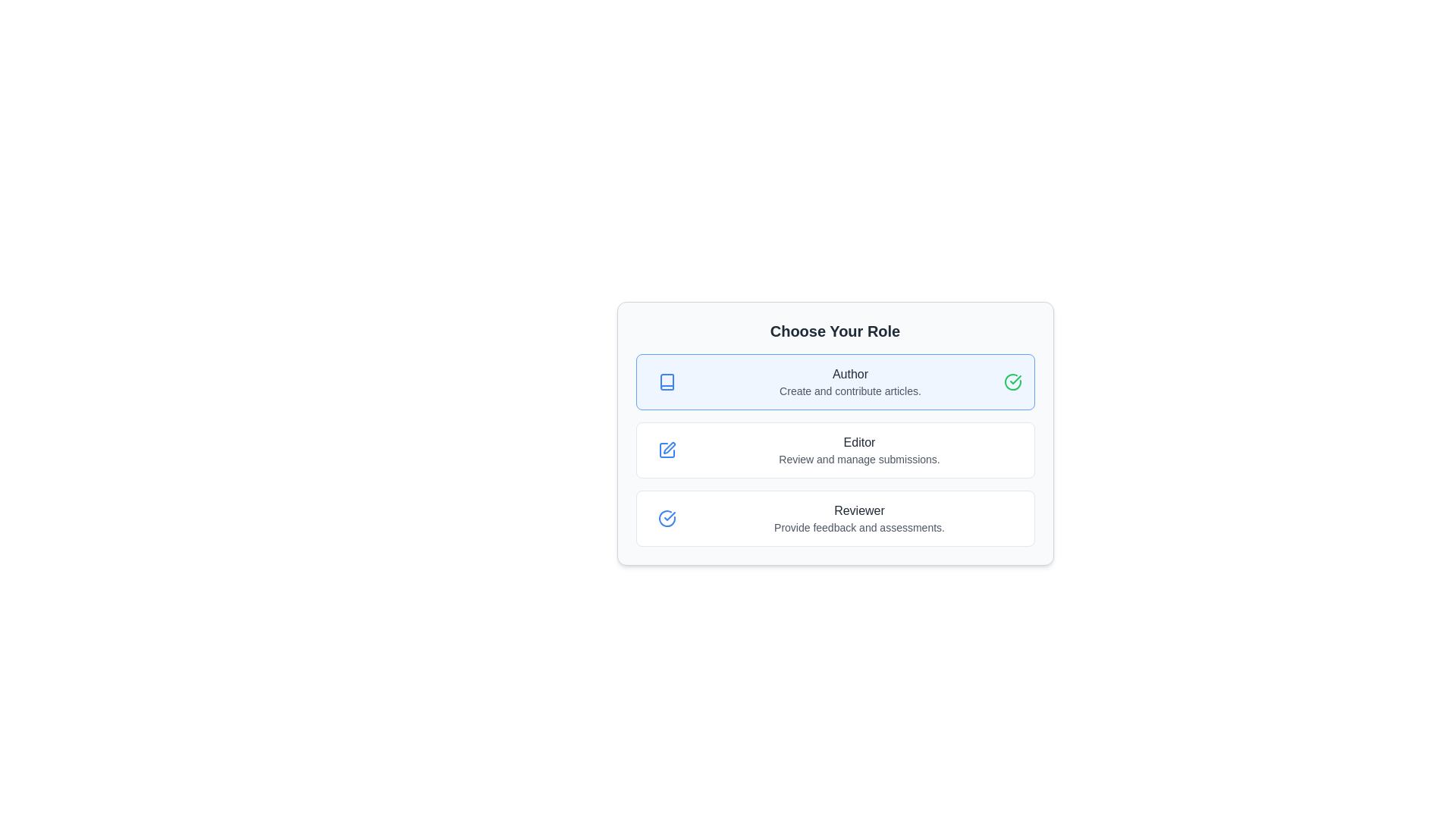 The height and width of the screenshot is (819, 1456). Describe the element at coordinates (859, 458) in the screenshot. I see `the Text Label that provides additional context to the 'Editor' role, located directly below the title 'Editor' in the 'Choose Your Role' interface` at that location.